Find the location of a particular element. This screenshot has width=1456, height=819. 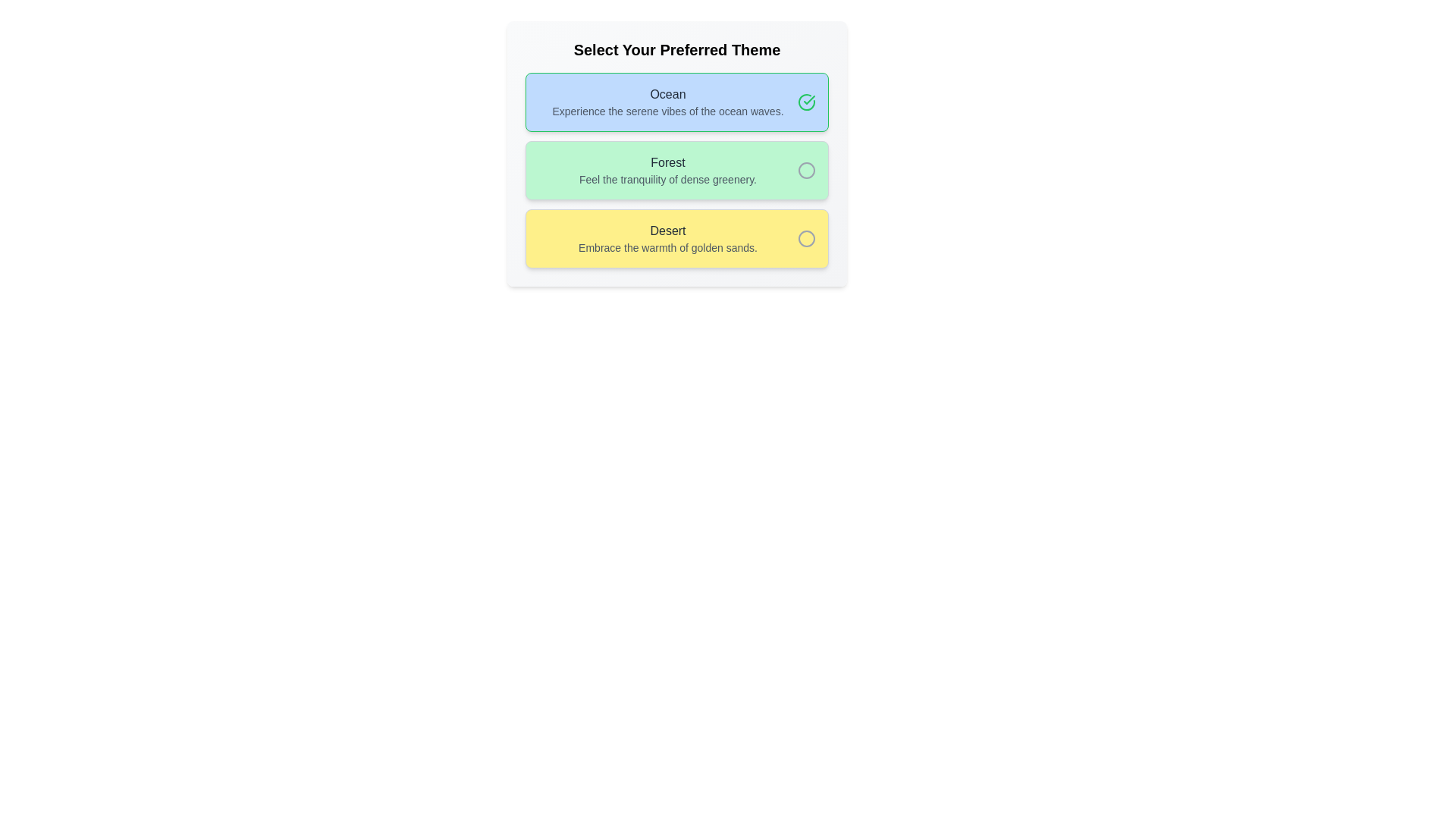

the radio button is located at coordinates (806, 170).